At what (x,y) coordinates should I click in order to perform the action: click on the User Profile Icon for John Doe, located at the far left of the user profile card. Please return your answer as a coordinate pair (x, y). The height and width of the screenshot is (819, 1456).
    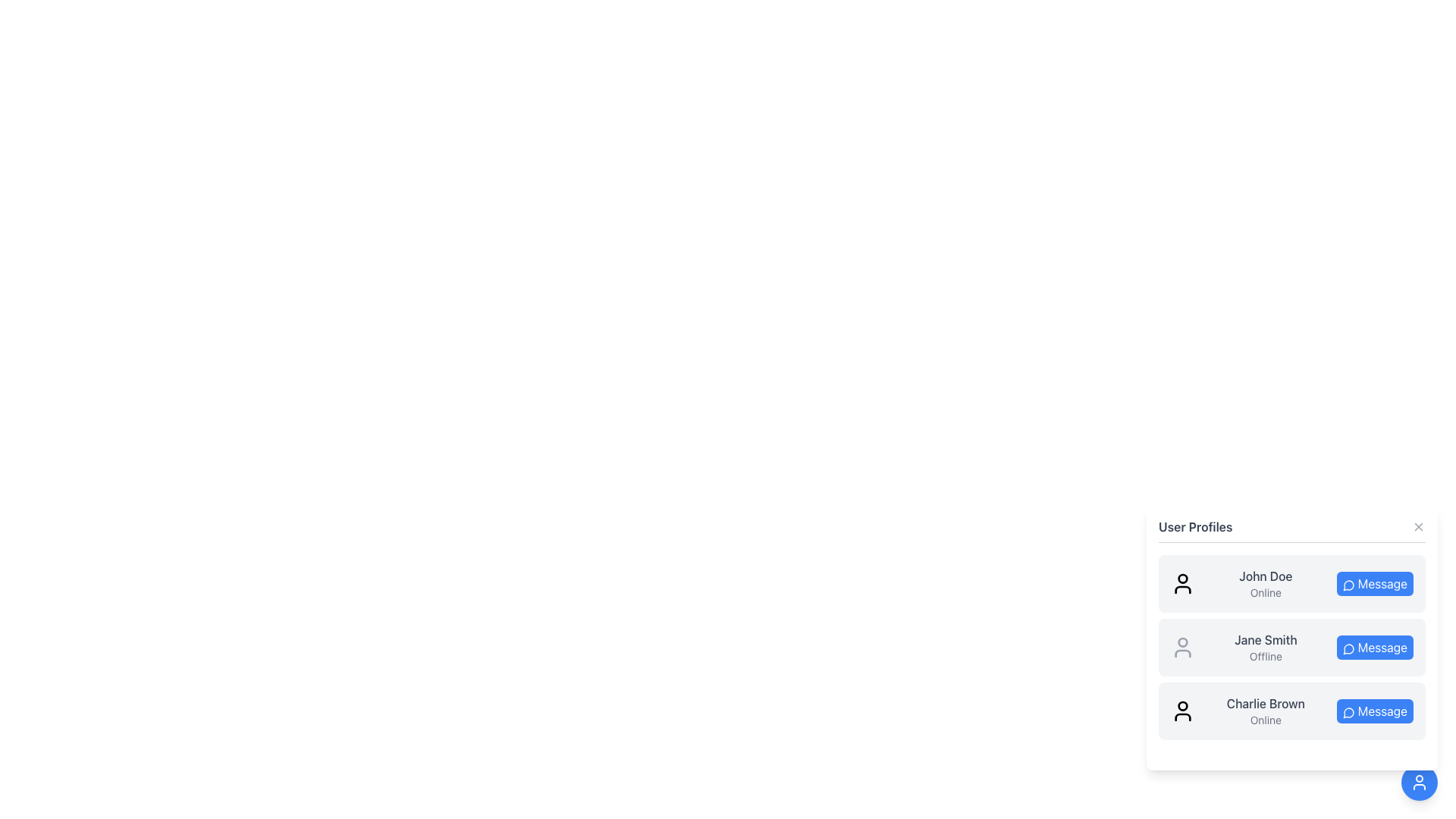
    Looking at the image, I should click on (1182, 583).